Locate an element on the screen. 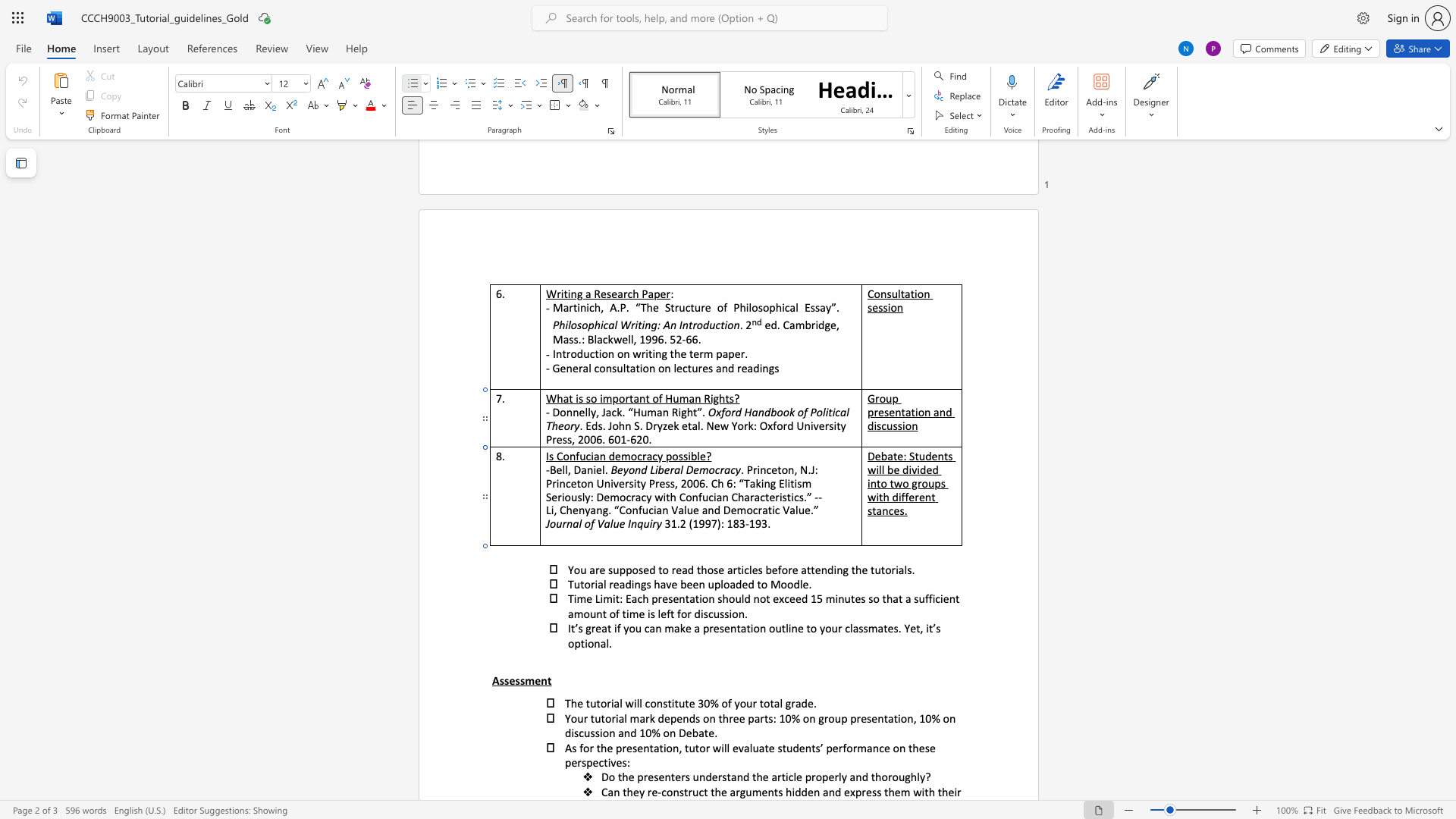  the 4th character "i" in the text is located at coordinates (927, 628).